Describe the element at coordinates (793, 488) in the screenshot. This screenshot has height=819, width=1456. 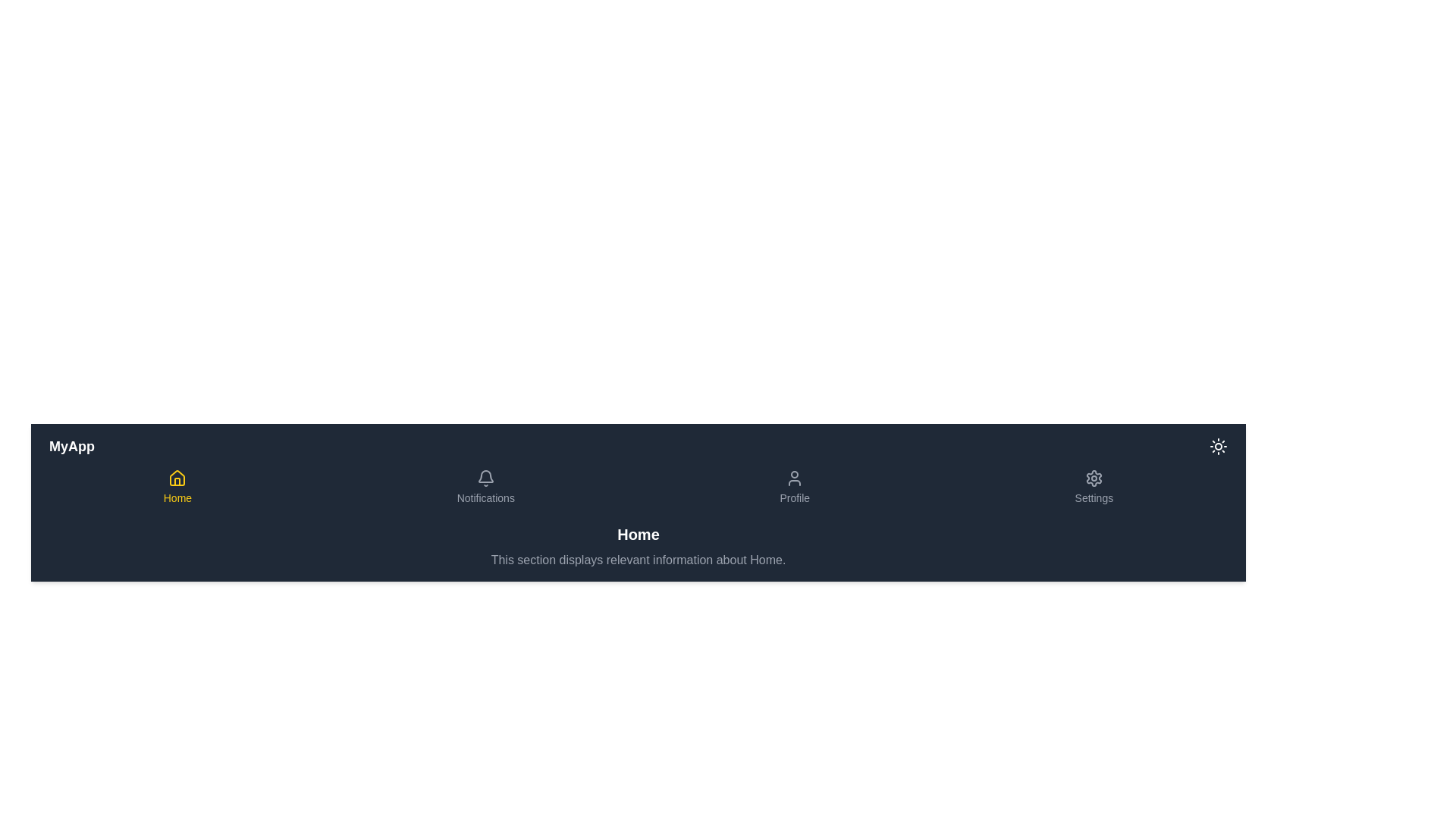
I see `the Profile tab by clicking on its button` at that location.